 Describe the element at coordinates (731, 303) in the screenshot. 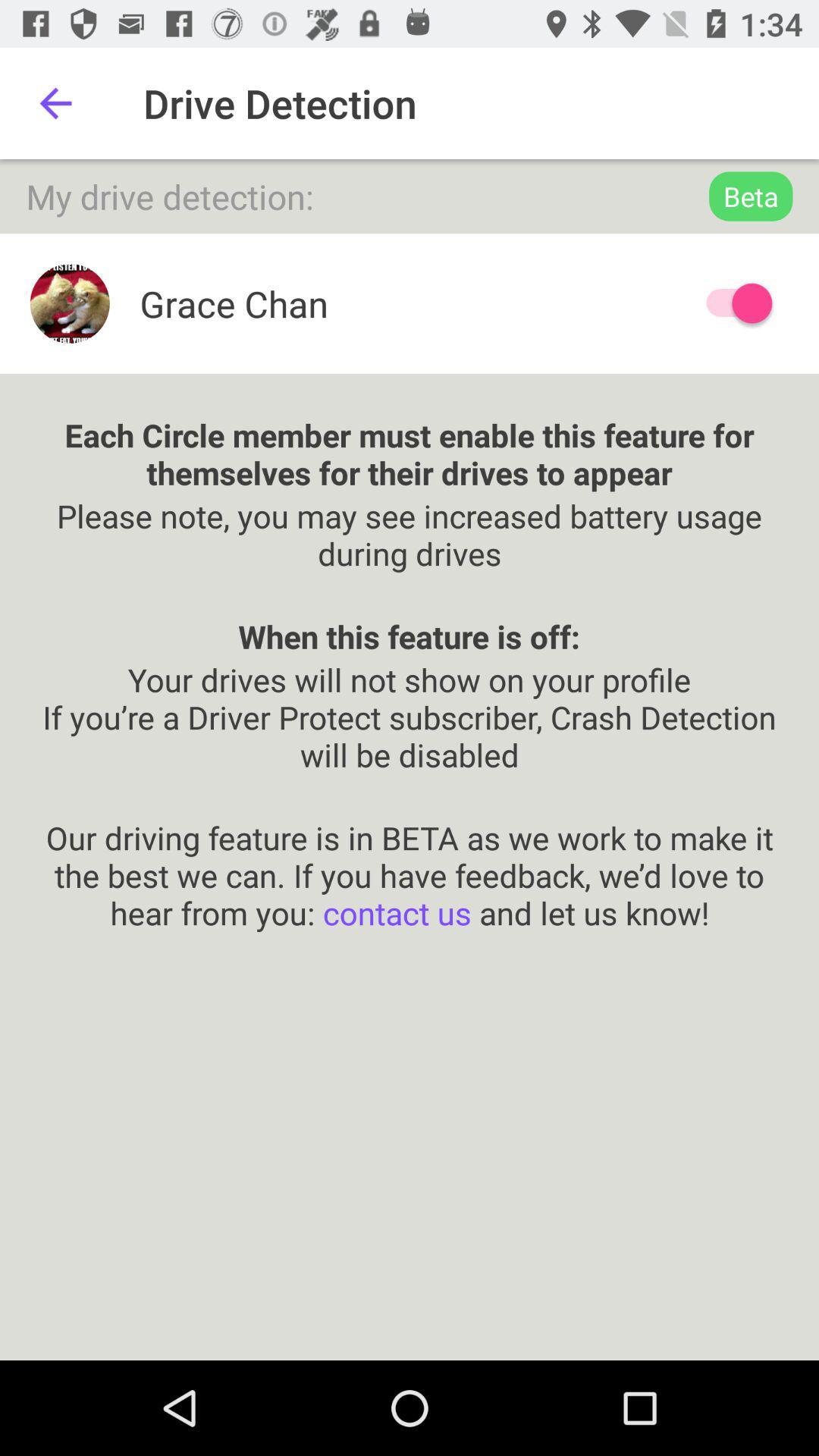

I see `icon below my drive detection:` at that location.